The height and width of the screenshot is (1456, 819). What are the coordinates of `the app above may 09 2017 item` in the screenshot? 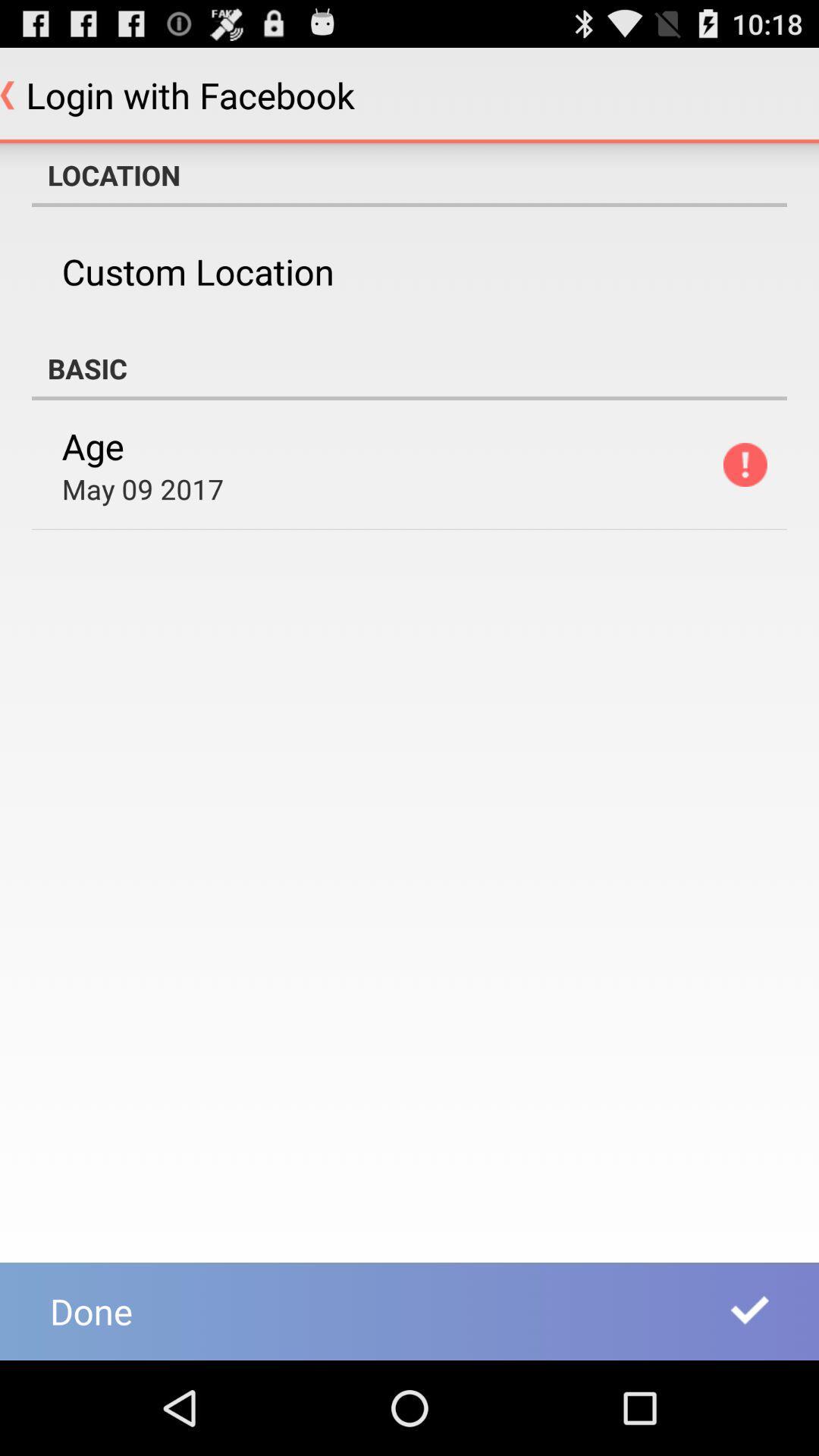 It's located at (93, 445).